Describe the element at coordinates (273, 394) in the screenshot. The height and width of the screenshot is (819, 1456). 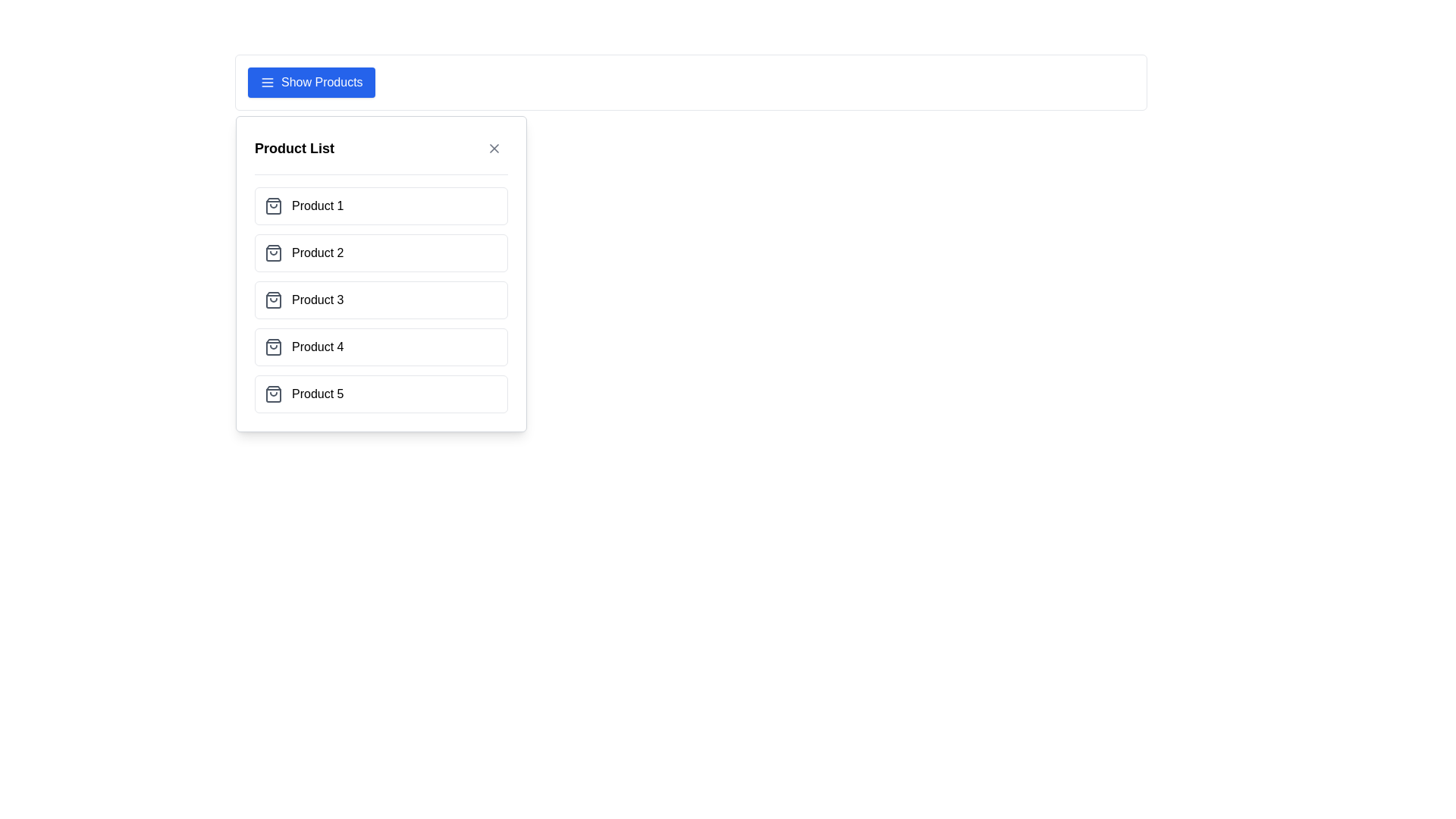
I see `the graphical icon resembling a bag that is part of the dropdown list titled 'Product List', specifically aligned with the fifth item labeled 'Product 5'` at that location.